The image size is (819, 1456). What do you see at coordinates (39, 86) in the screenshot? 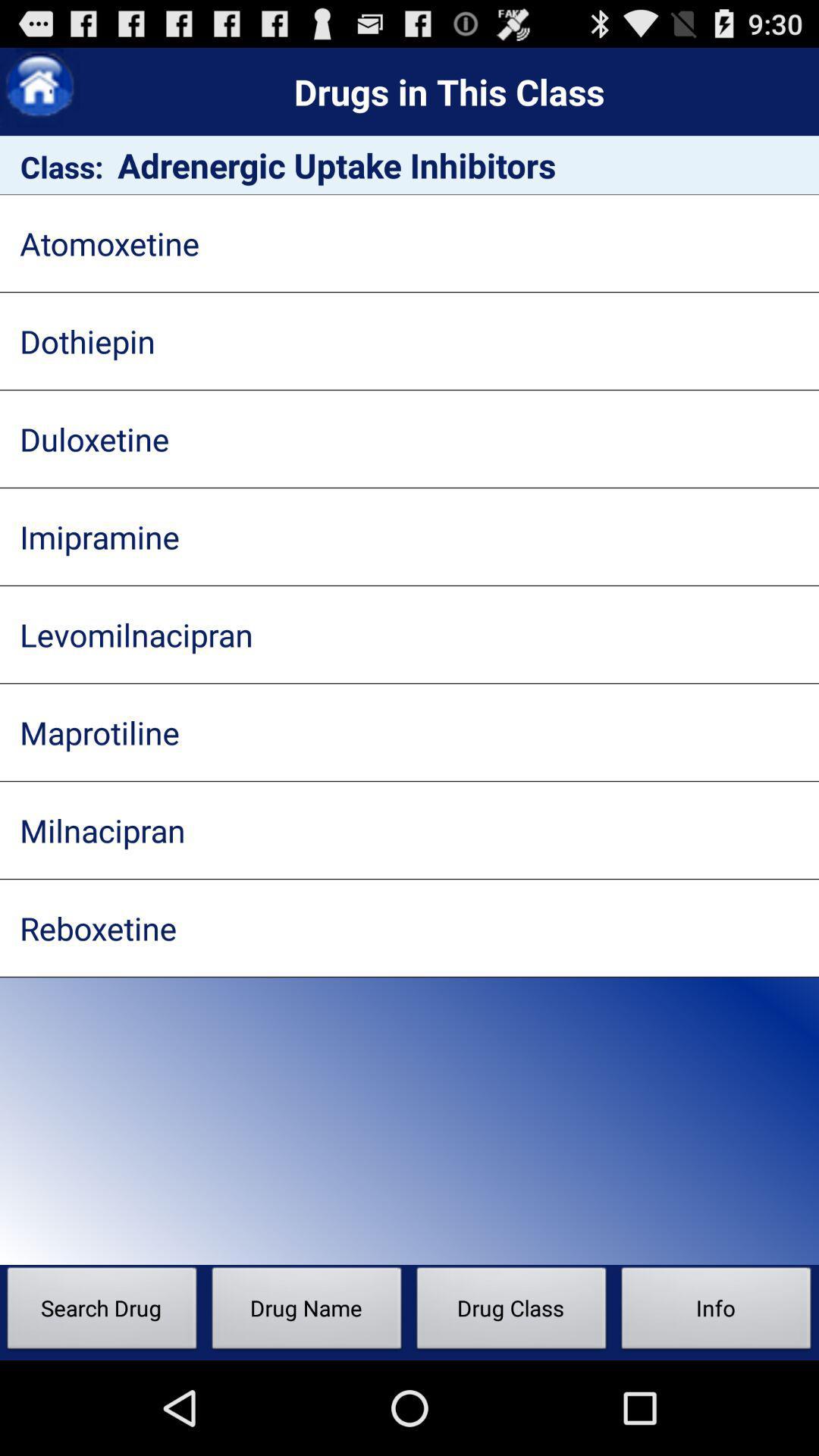
I see `homepage` at bounding box center [39, 86].